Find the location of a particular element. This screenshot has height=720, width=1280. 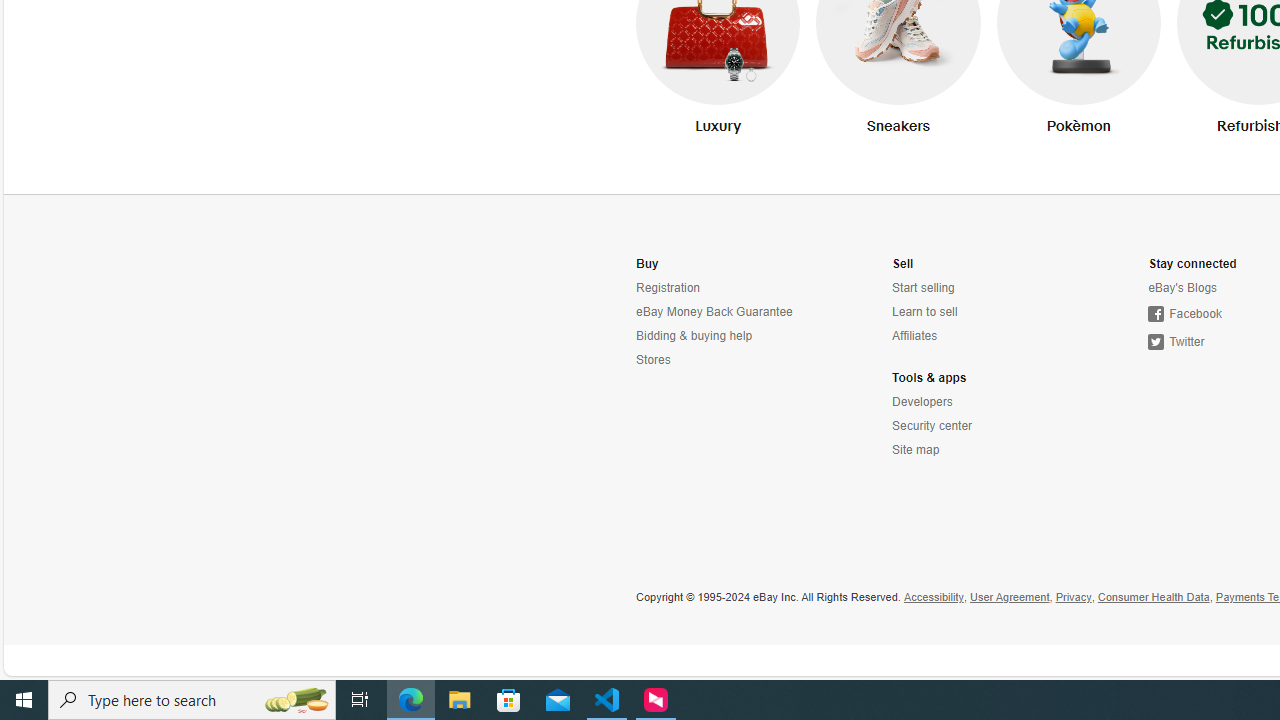

'Consumer Health Data' is located at coordinates (1153, 596).